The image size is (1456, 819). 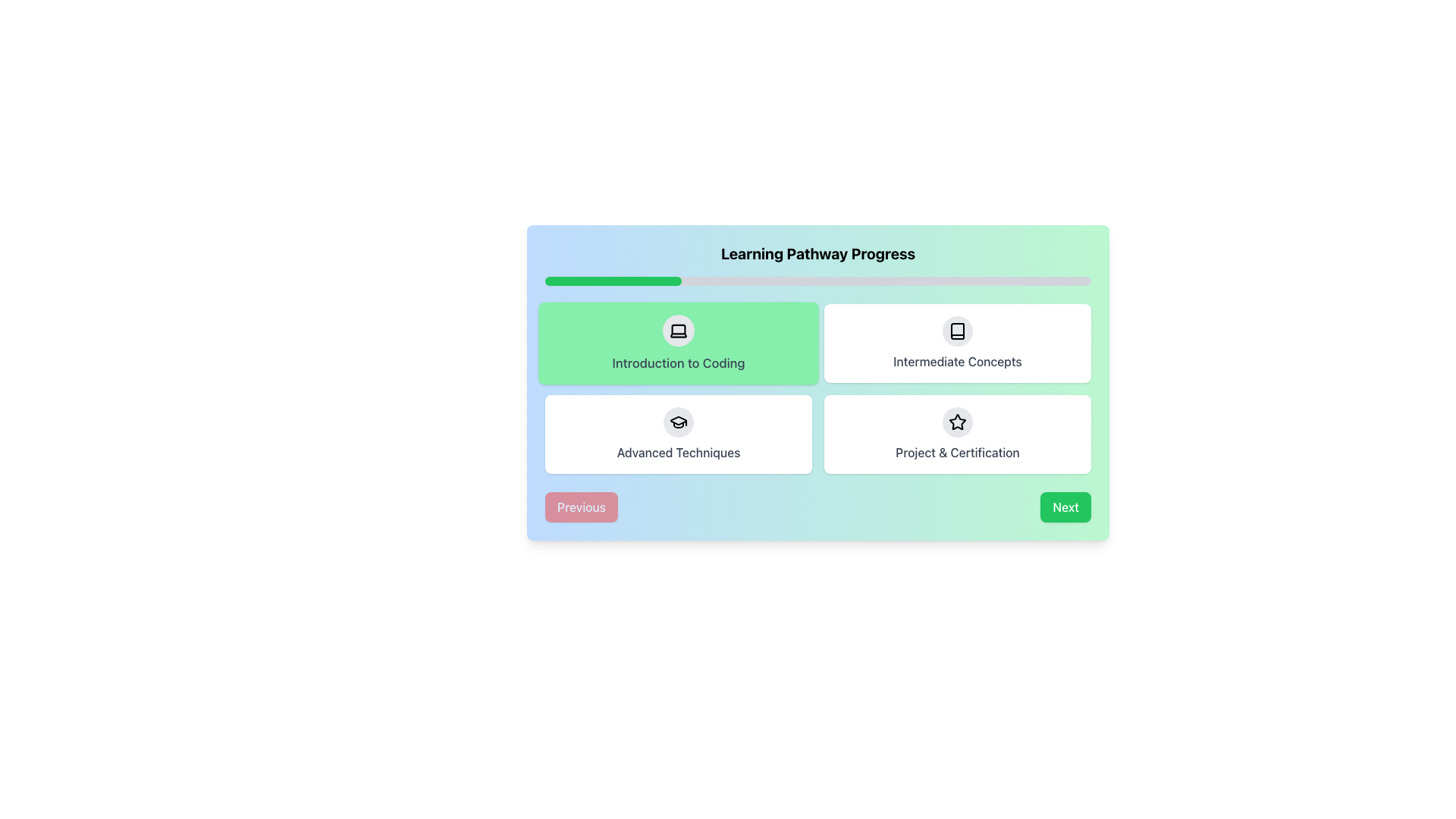 What do you see at coordinates (677, 343) in the screenshot?
I see `the 'Introduction to Coding' card located in the top left corner of the 2x2 grid layout` at bounding box center [677, 343].